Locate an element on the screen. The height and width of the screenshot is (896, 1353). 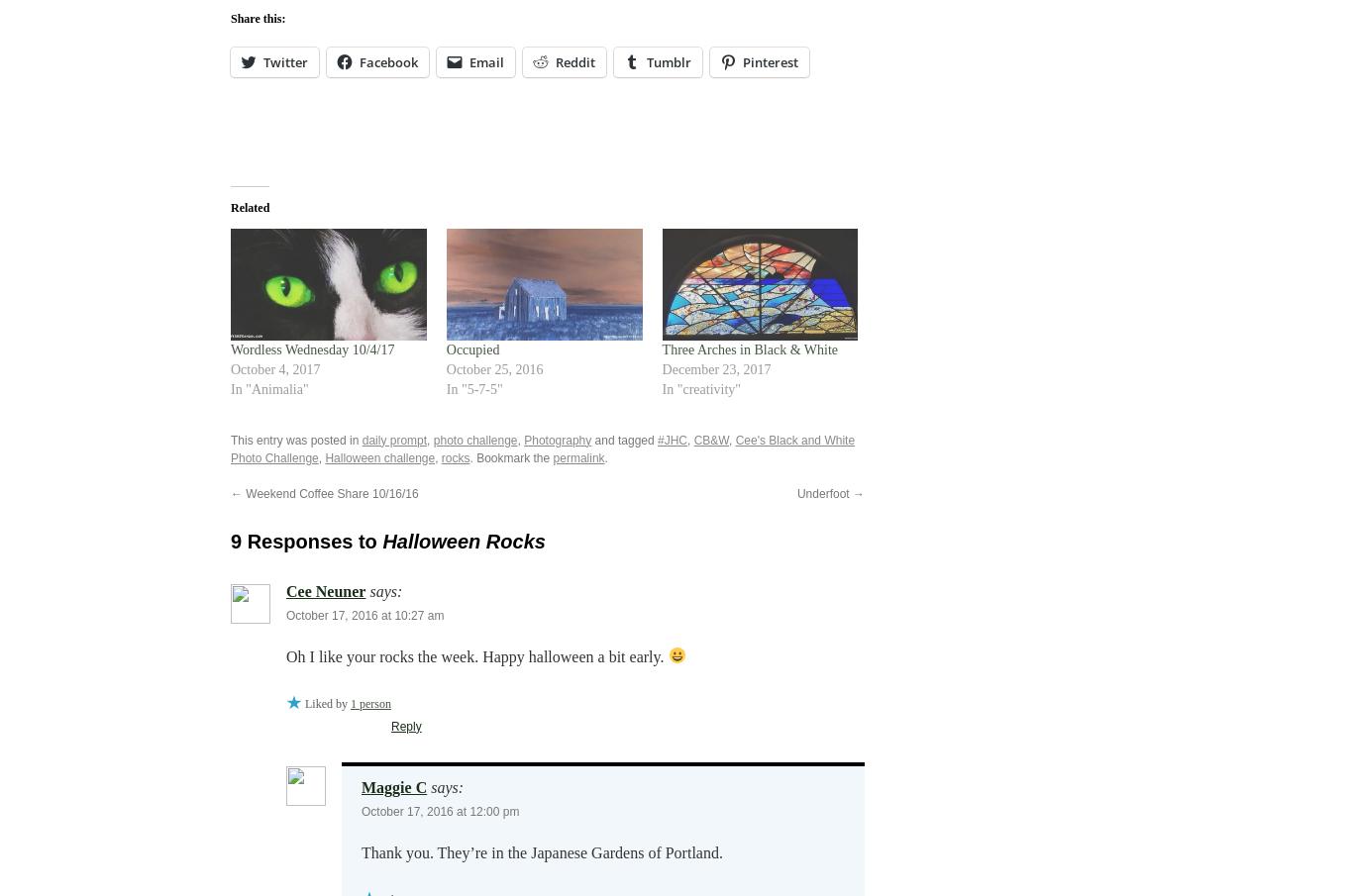
'Oh I like your rocks the week.  Happy halloween a bit early.' is located at coordinates (476, 655).